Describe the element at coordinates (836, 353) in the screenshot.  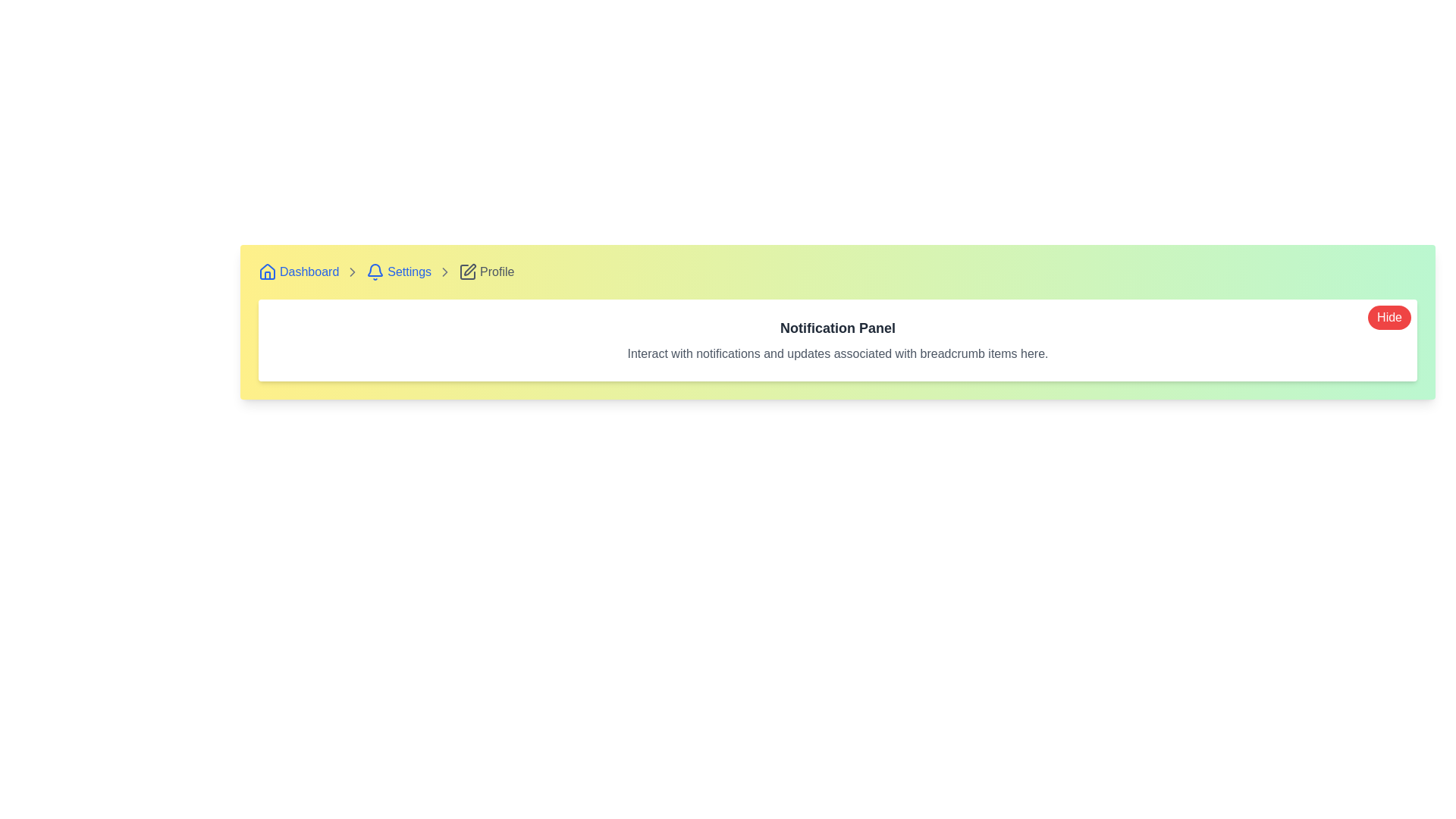
I see `the instructional text element located below the 'Notification Panel' title in the notification panel, which is styled in gray color` at that location.